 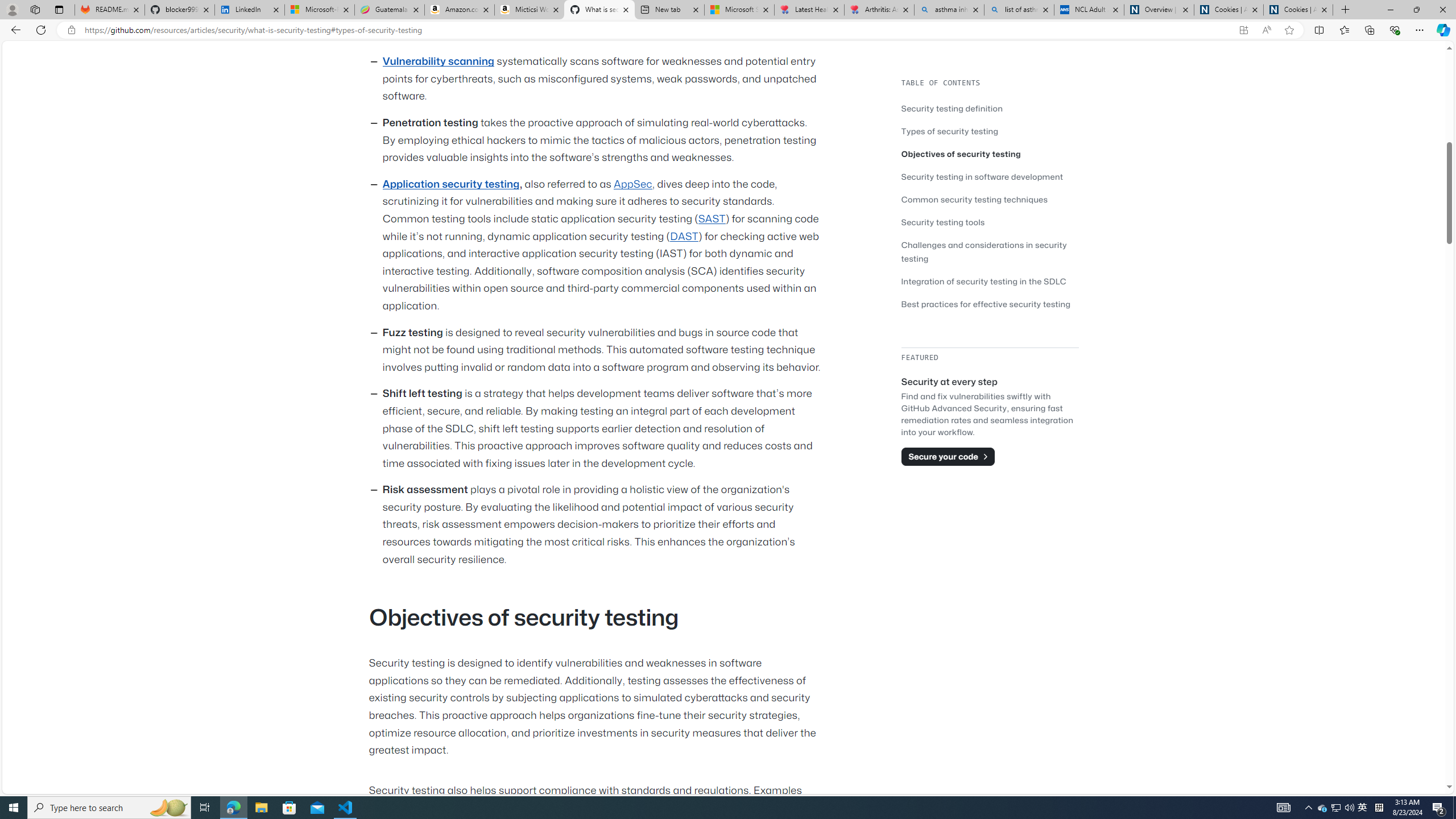 What do you see at coordinates (943, 222) in the screenshot?
I see `'Security testing tools'` at bounding box center [943, 222].